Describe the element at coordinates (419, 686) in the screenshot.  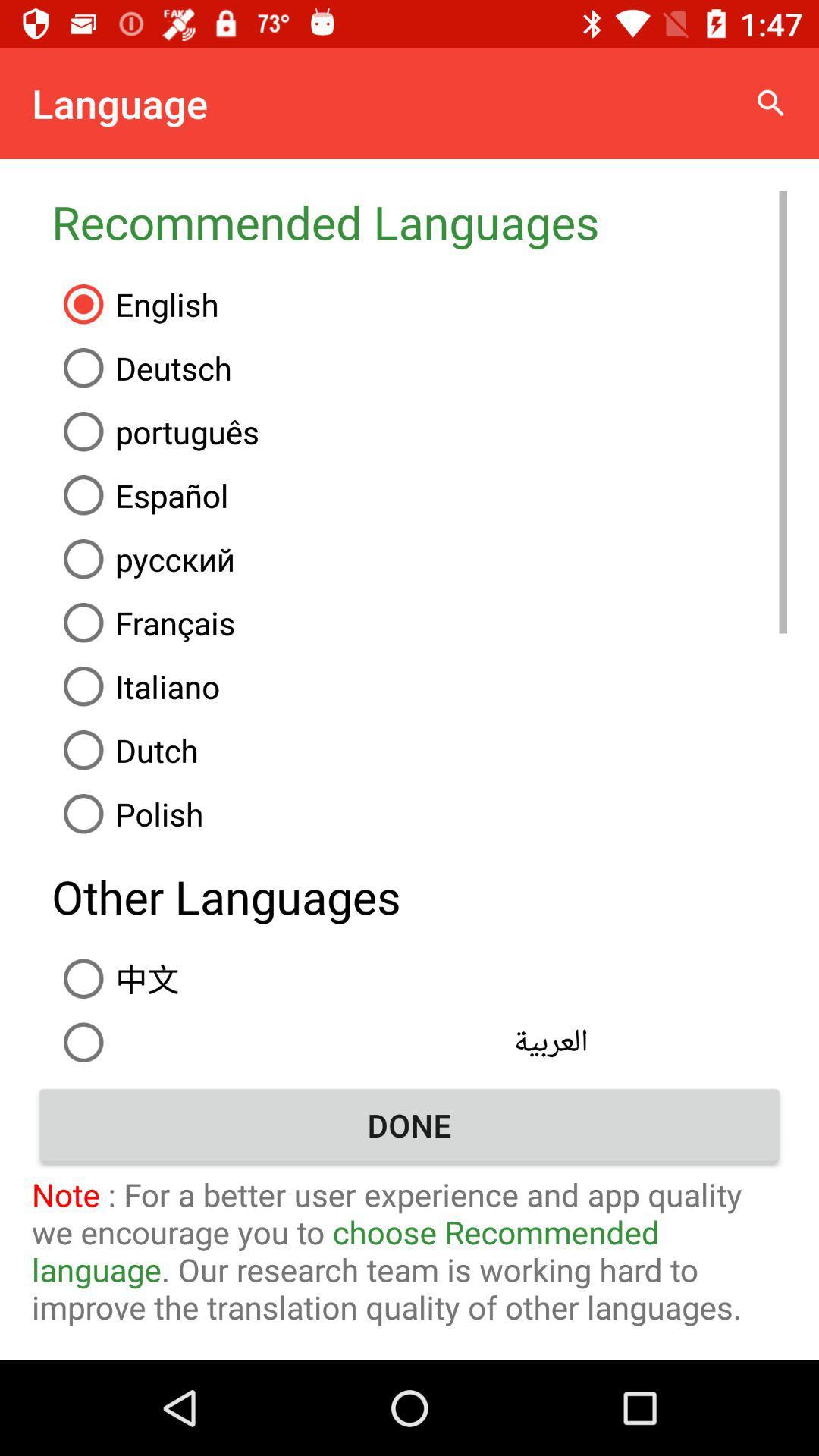
I see `the italiano icon` at that location.